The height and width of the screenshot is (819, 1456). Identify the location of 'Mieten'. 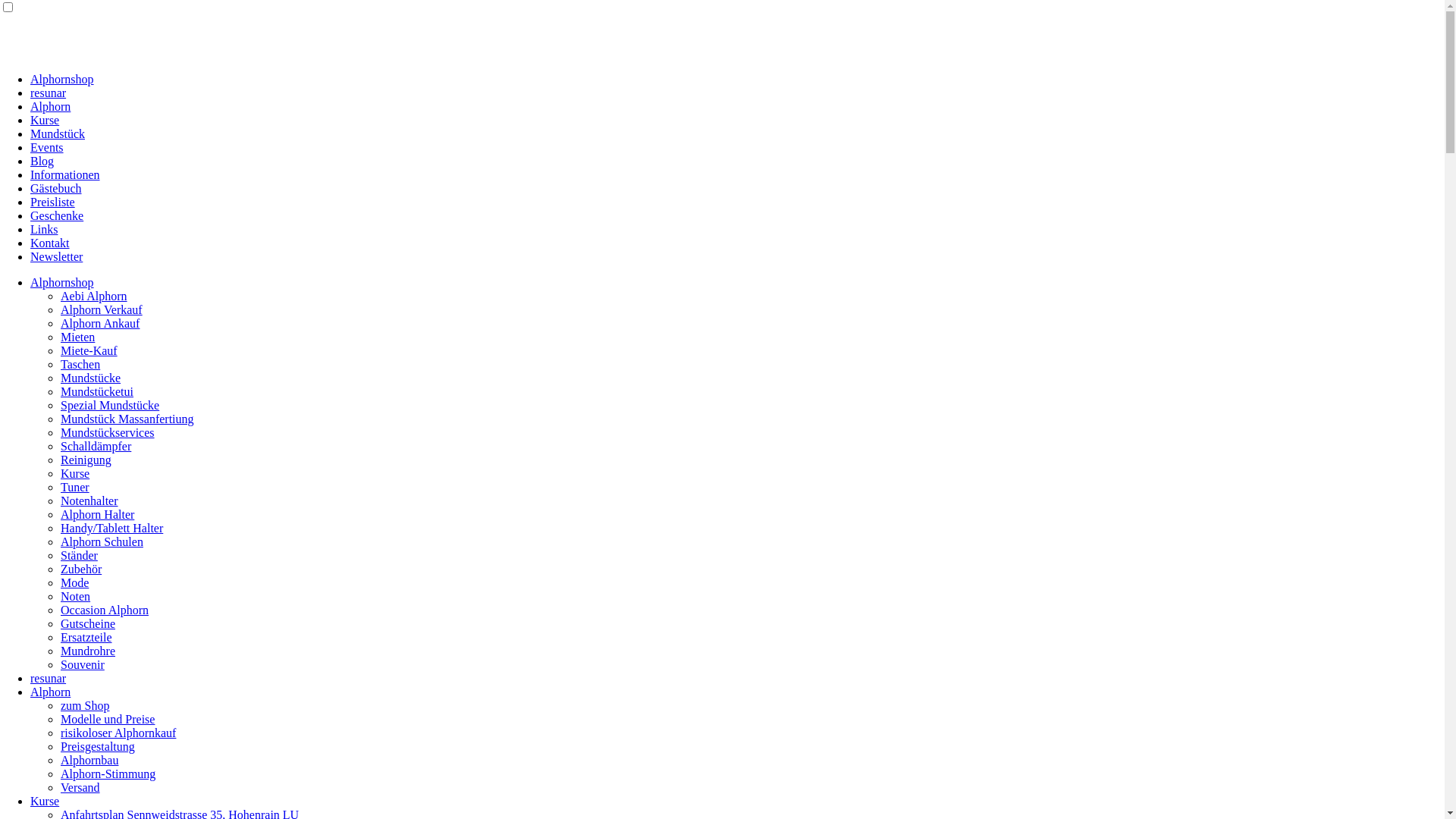
(77, 336).